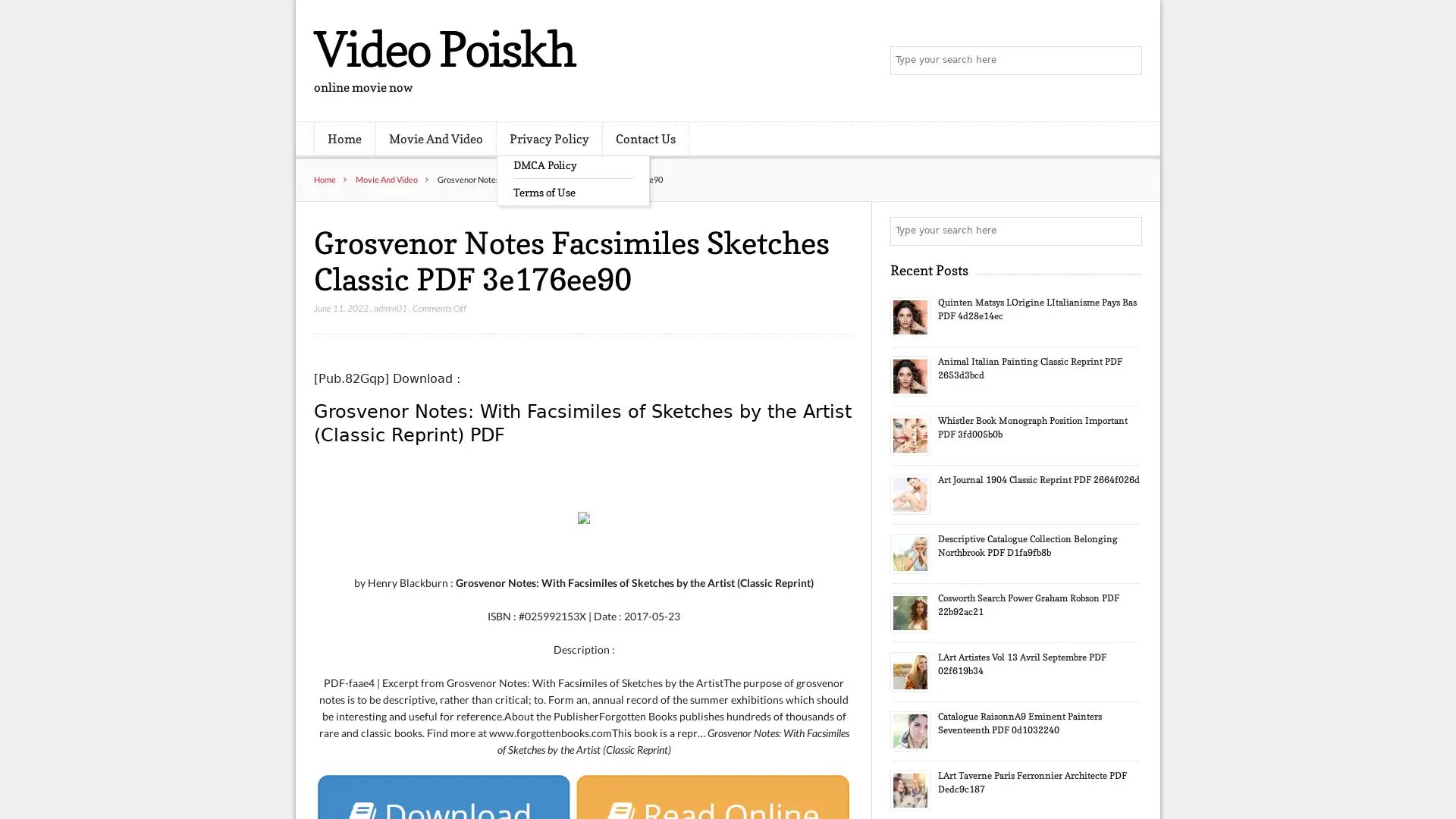 This screenshot has height=819, width=1456. Describe the element at coordinates (1126, 61) in the screenshot. I see `Search` at that location.